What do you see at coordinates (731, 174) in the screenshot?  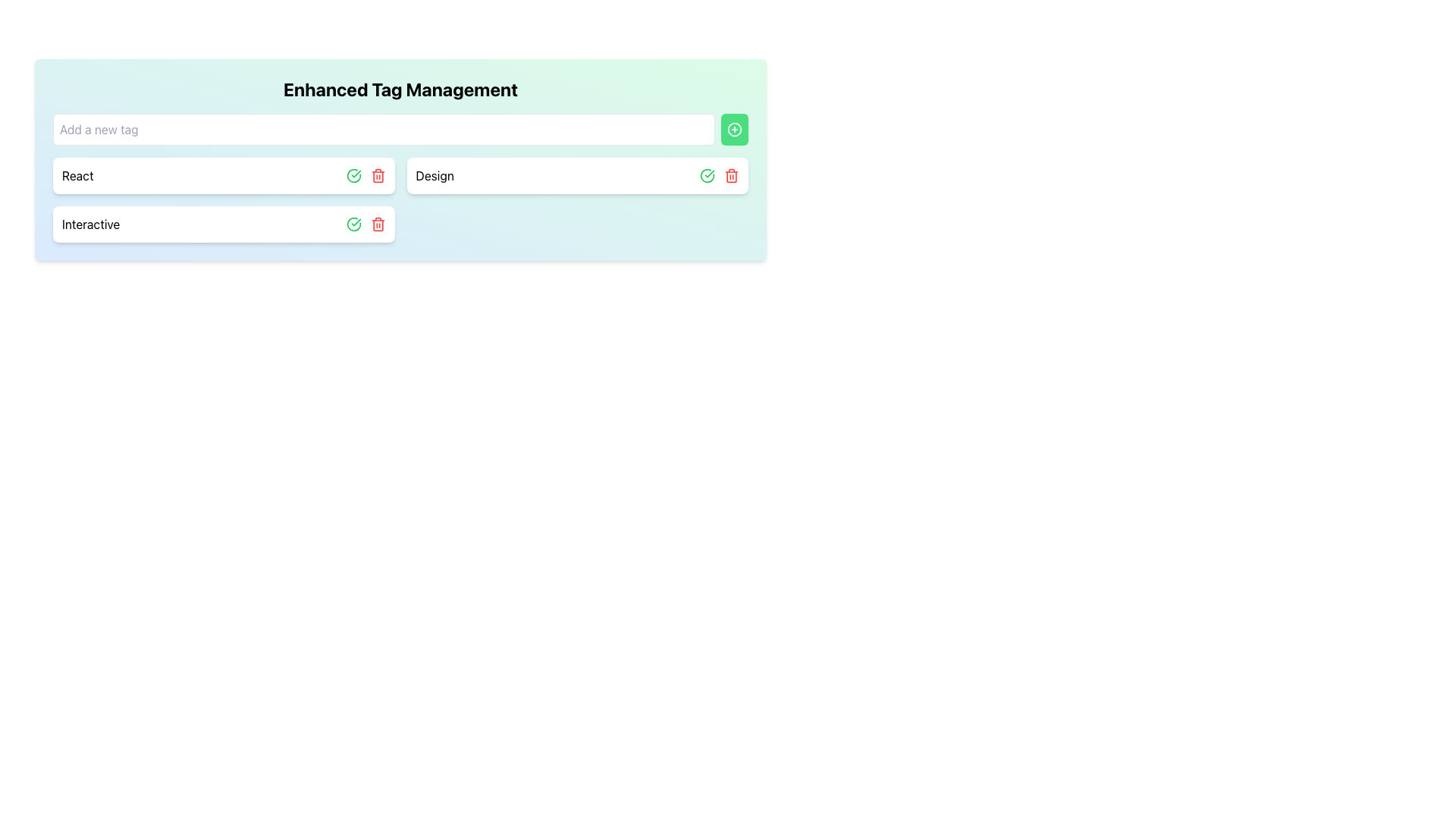 I see `the red-colored trash can icon button, which is located within the list item for the tag 'Design' in the tag management section` at bounding box center [731, 174].